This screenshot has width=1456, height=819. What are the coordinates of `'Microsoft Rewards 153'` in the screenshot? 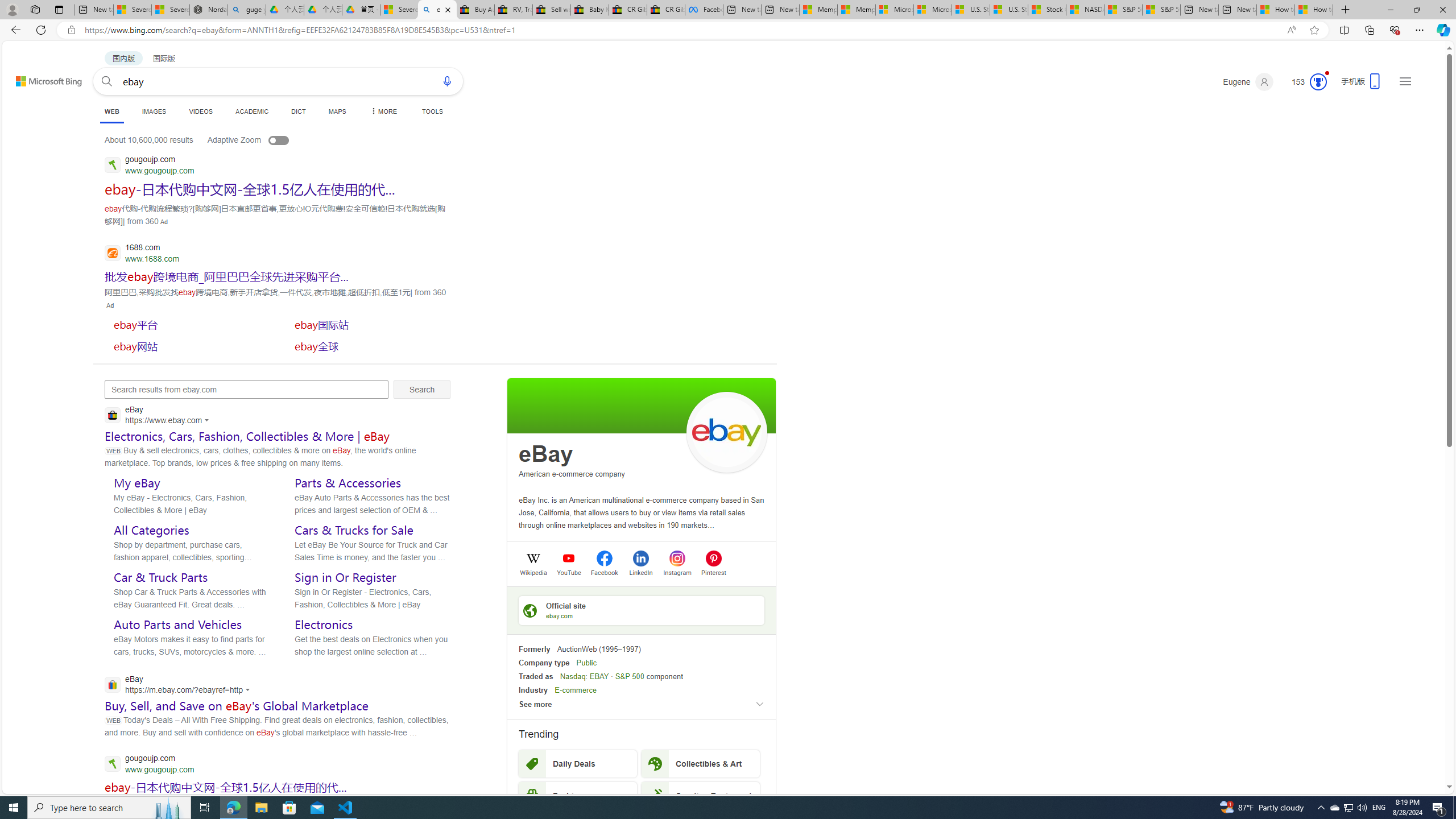 It's located at (1304, 81).